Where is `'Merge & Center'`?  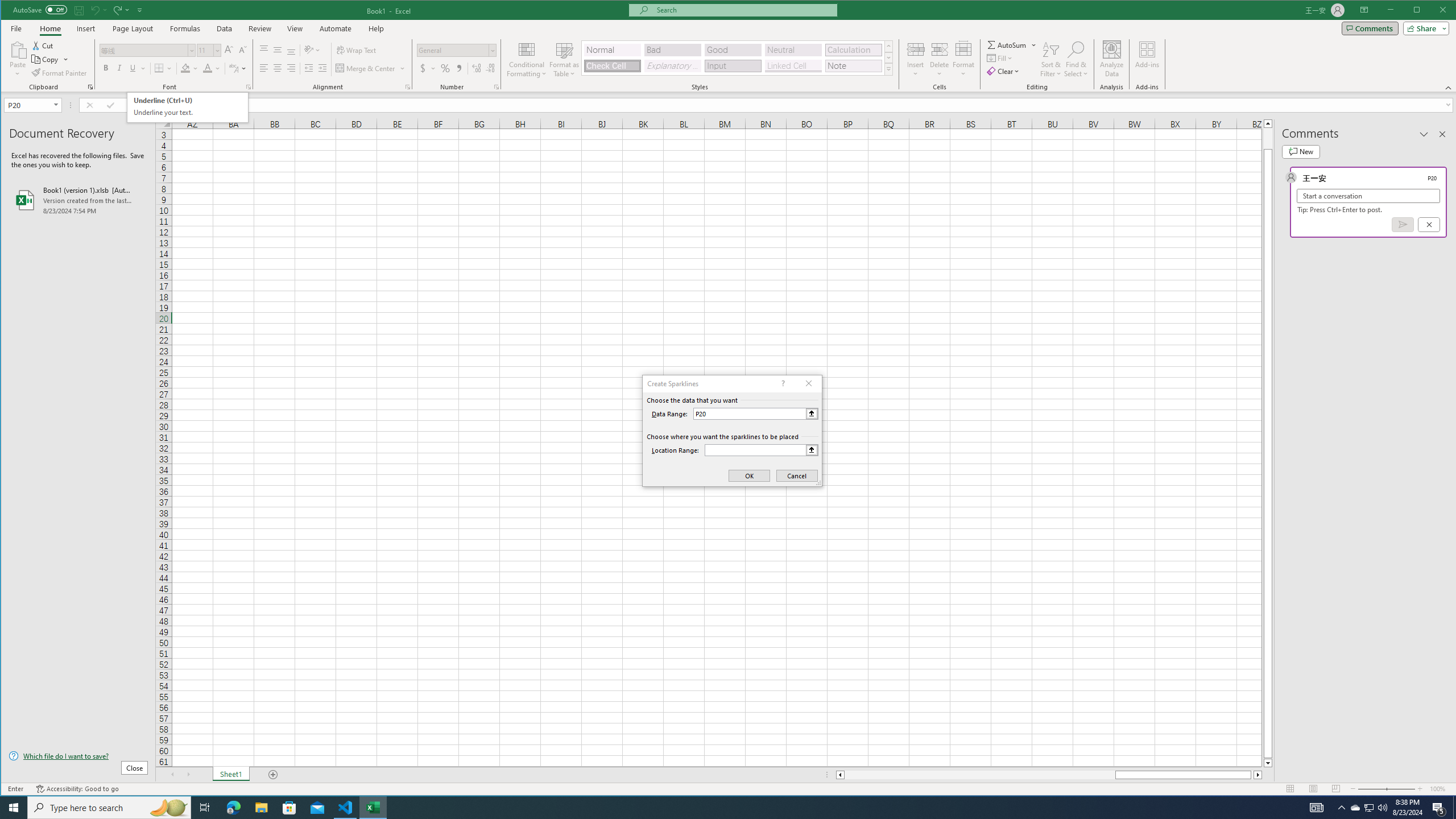
'Merge & Center' is located at coordinates (366, 68).